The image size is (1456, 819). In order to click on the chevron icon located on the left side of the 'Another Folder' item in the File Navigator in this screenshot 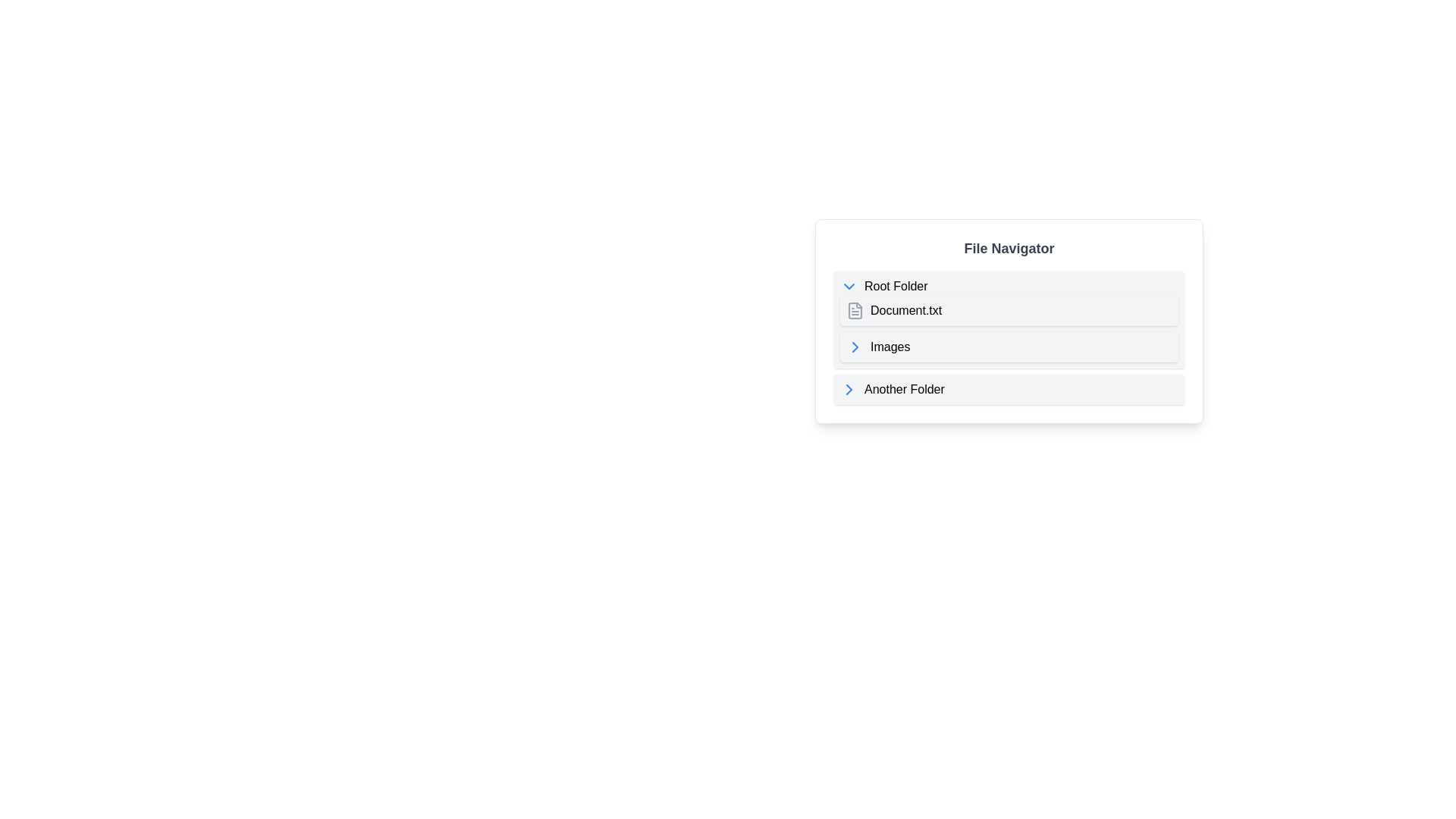, I will do `click(848, 388)`.